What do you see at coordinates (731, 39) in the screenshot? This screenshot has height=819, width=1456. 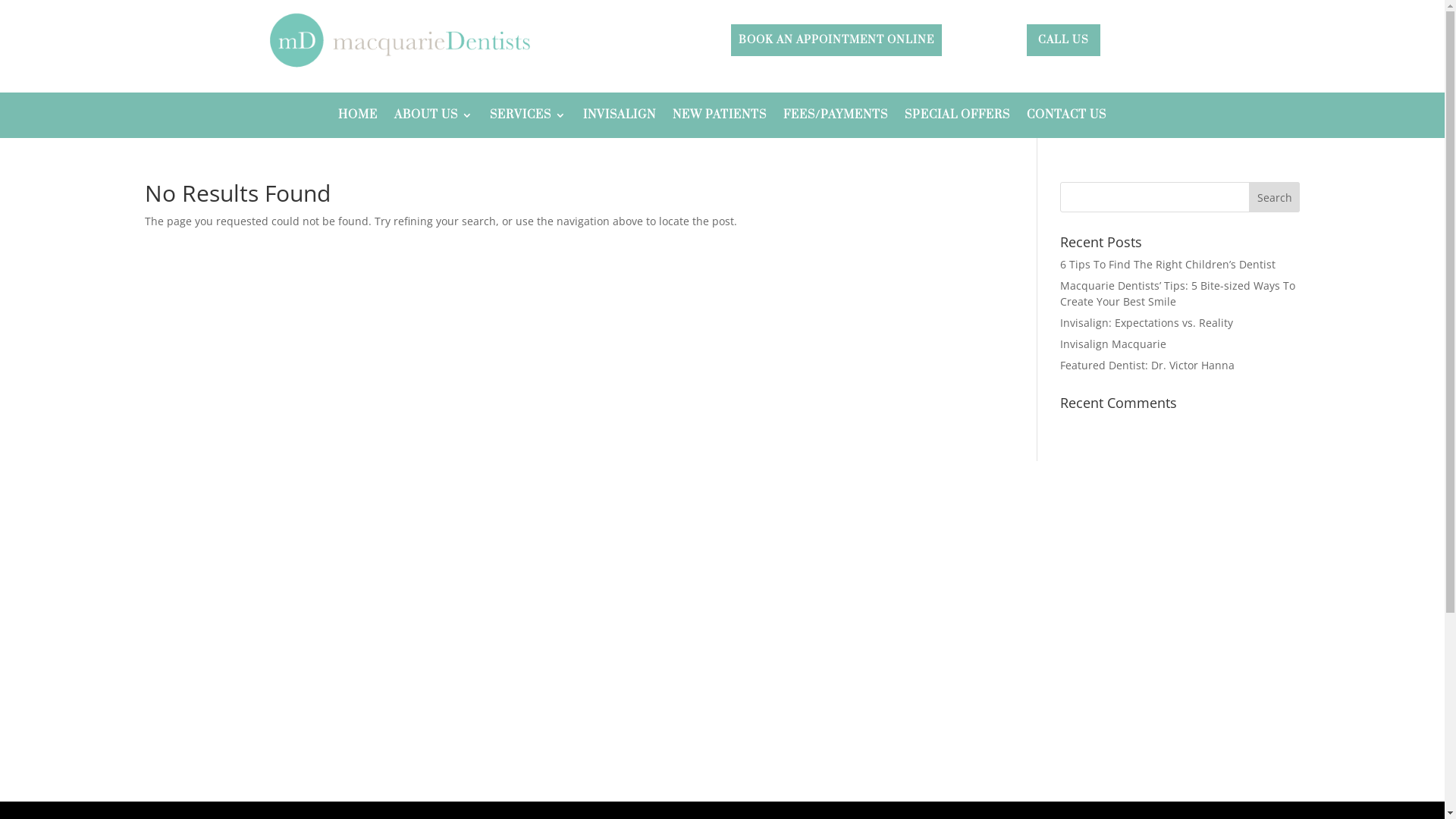 I see `'BOOK AN APPOINTMENT ONLINE'` at bounding box center [731, 39].